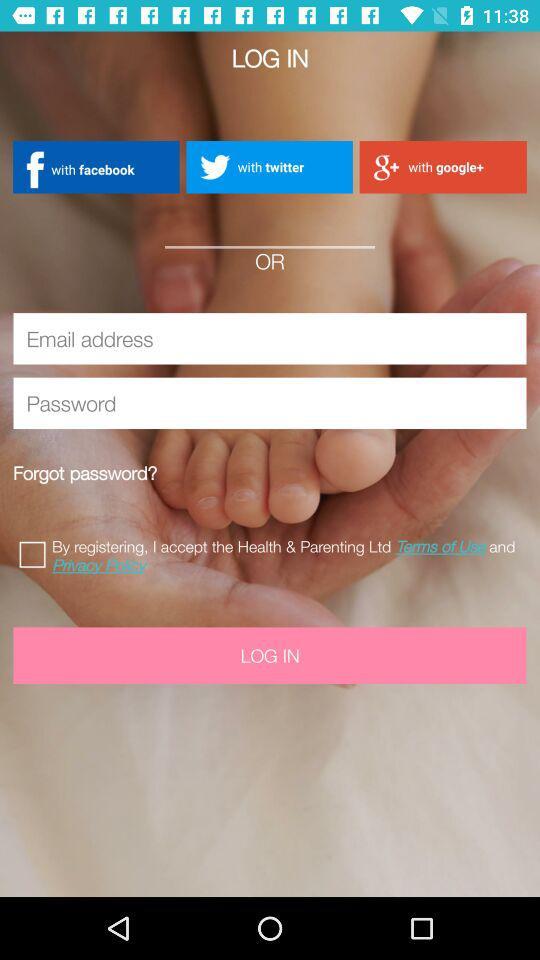 Image resolution: width=540 pixels, height=960 pixels. What do you see at coordinates (270, 402) in the screenshot?
I see `password input field` at bounding box center [270, 402].